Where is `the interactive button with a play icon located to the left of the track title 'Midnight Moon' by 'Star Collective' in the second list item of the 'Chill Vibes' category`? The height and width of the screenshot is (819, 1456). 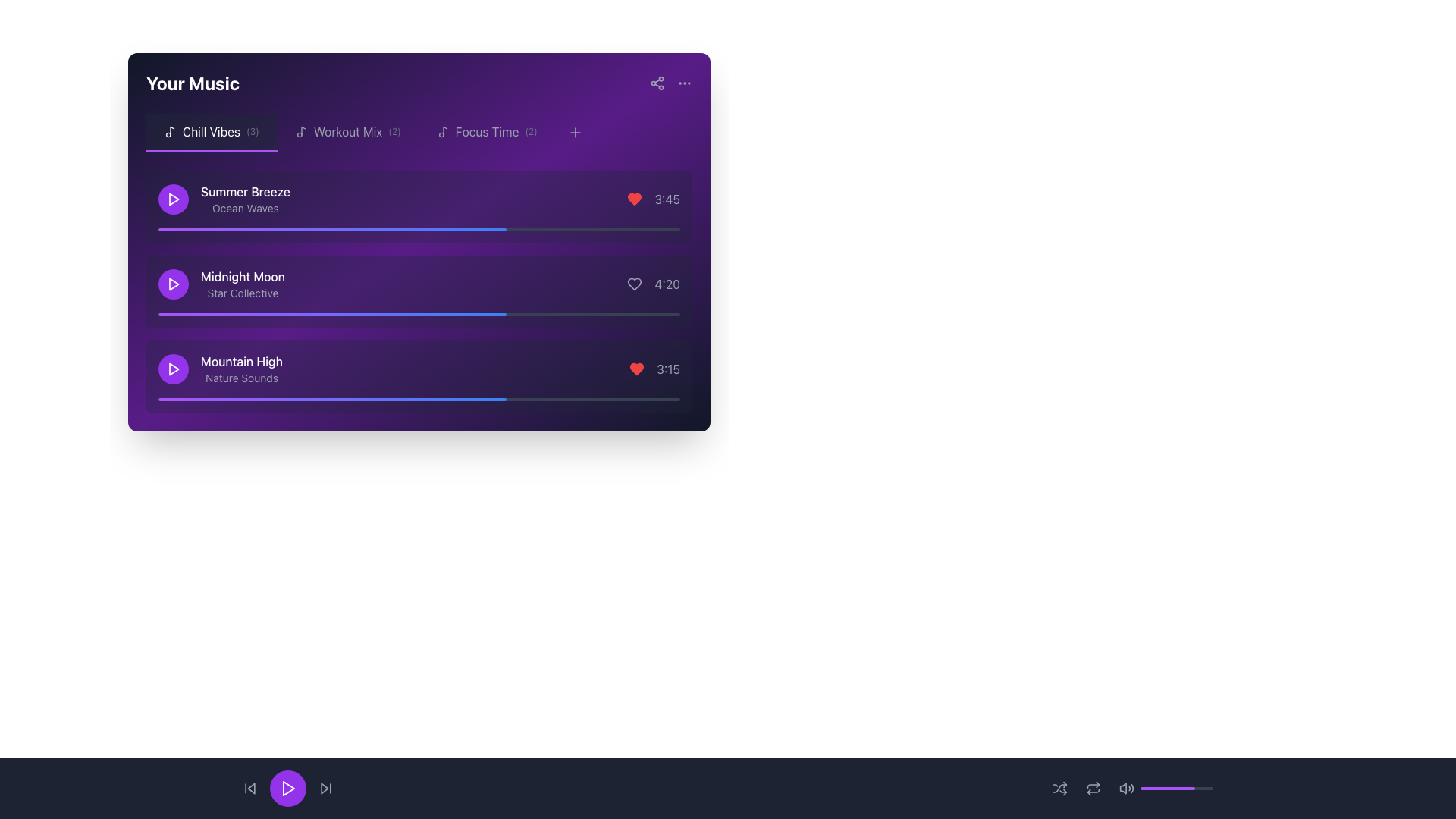
the interactive button with a play icon located to the left of the track title 'Midnight Moon' by 'Star Collective' in the second list item of the 'Chill Vibes' category is located at coordinates (174, 284).